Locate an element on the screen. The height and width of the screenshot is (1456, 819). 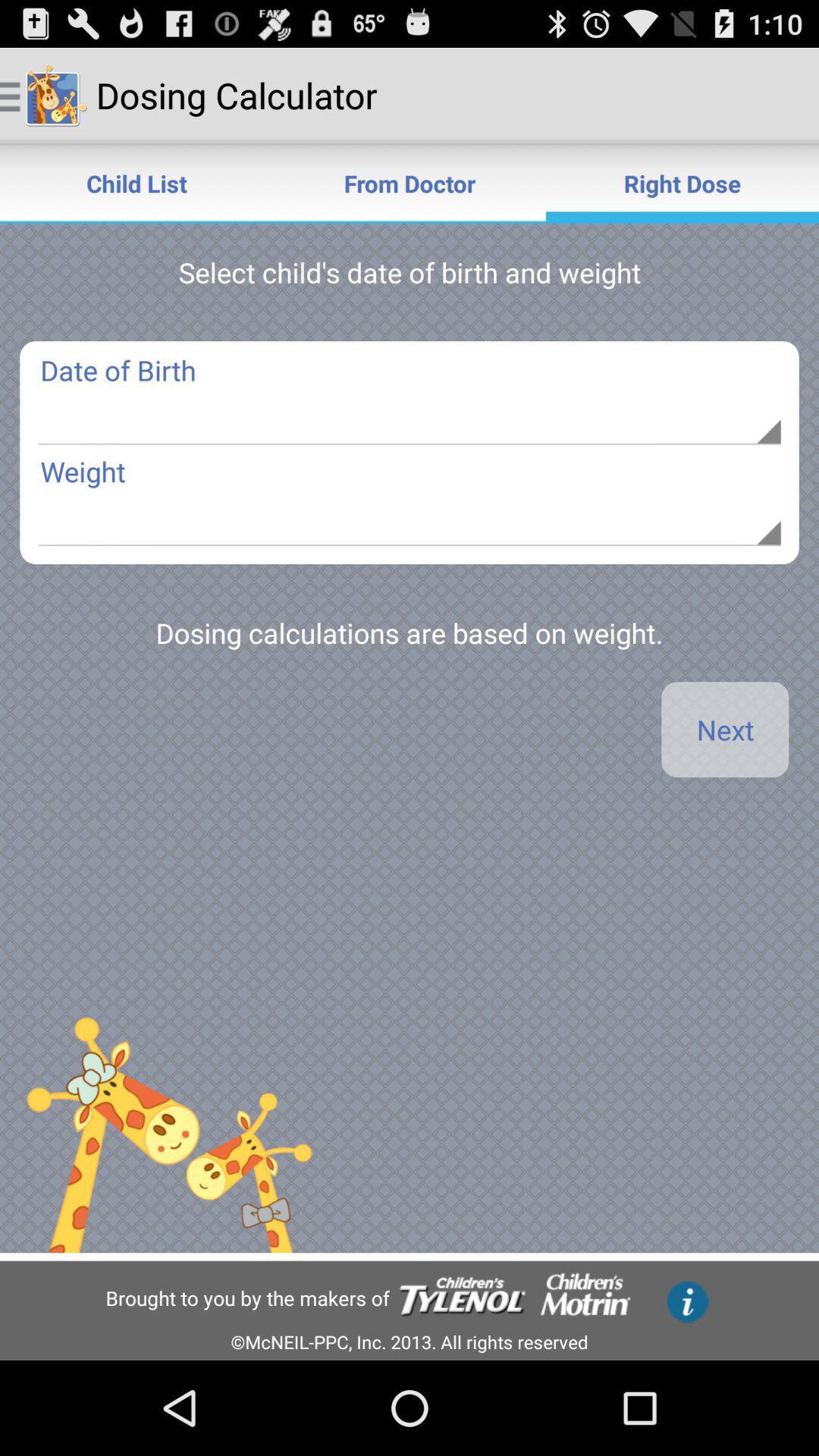
the item on the right is located at coordinates (724, 730).